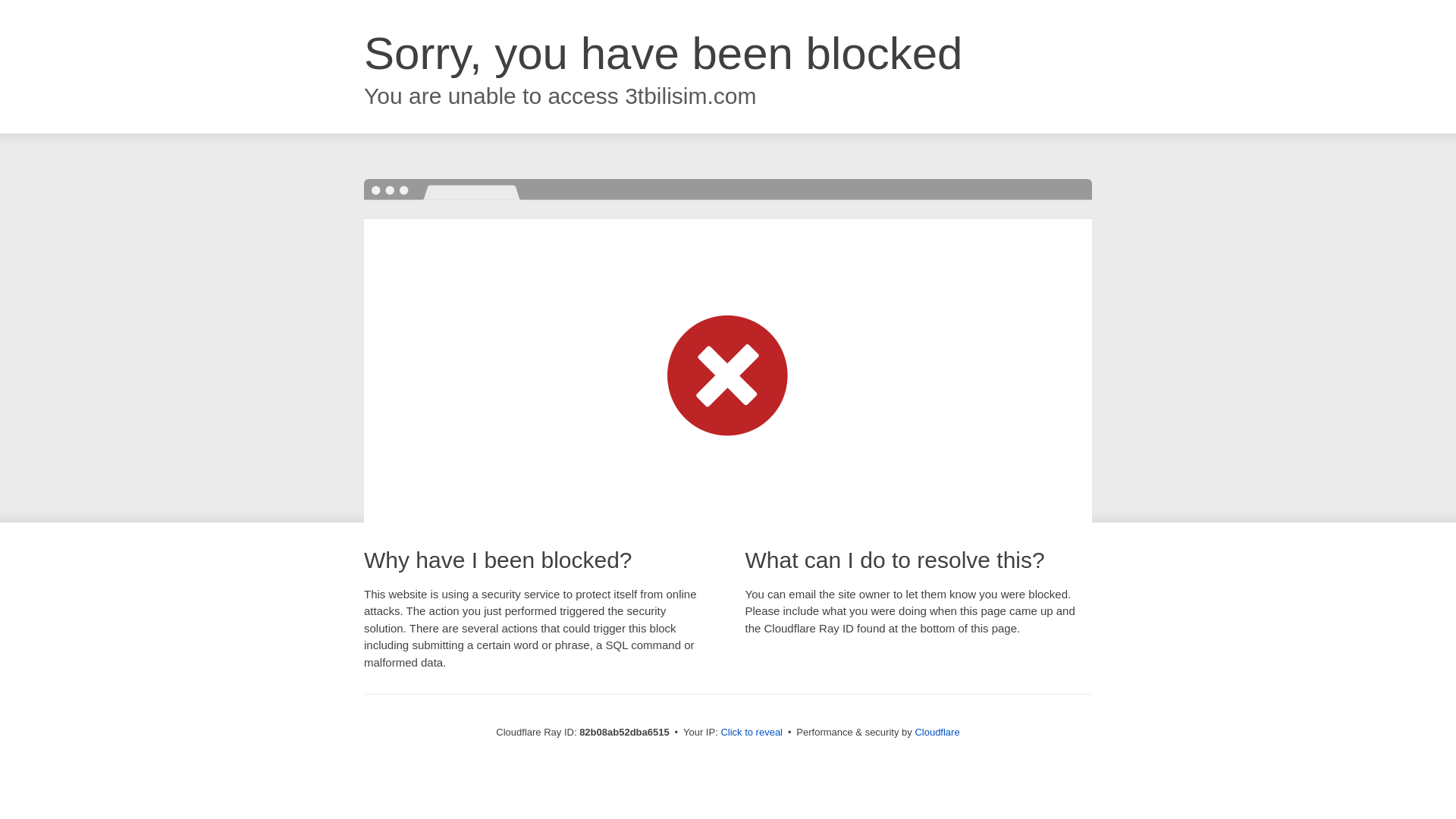  What do you see at coordinates (751, 731) in the screenshot?
I see `'Click to reveal'` at bounding box center [751, 731].